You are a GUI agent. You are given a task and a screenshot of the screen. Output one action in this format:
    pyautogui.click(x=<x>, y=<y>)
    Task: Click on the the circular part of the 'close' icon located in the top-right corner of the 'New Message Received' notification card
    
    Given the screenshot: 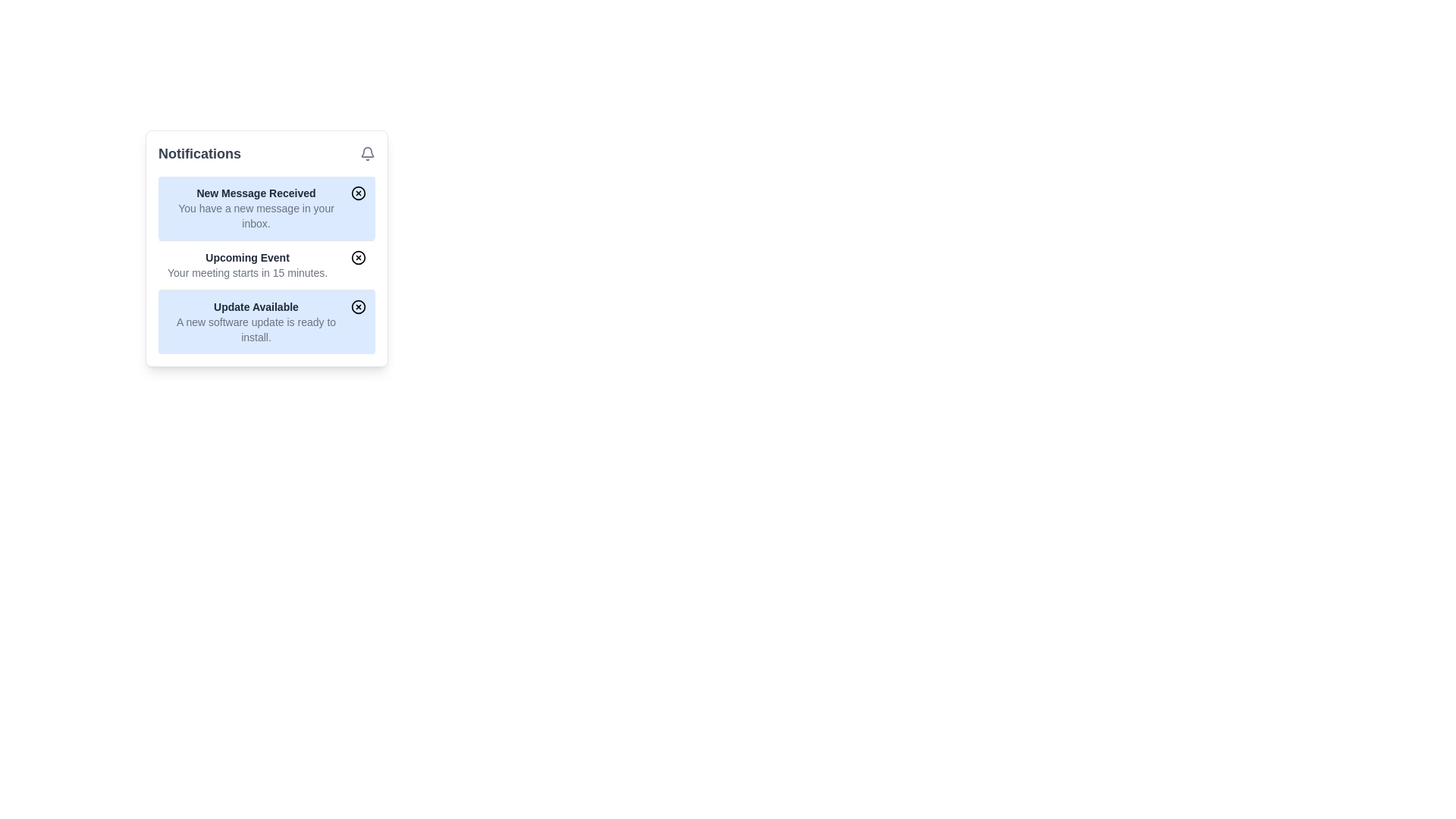 What is the action you would take?
    pyautogui.click(x=358, y=192)
    